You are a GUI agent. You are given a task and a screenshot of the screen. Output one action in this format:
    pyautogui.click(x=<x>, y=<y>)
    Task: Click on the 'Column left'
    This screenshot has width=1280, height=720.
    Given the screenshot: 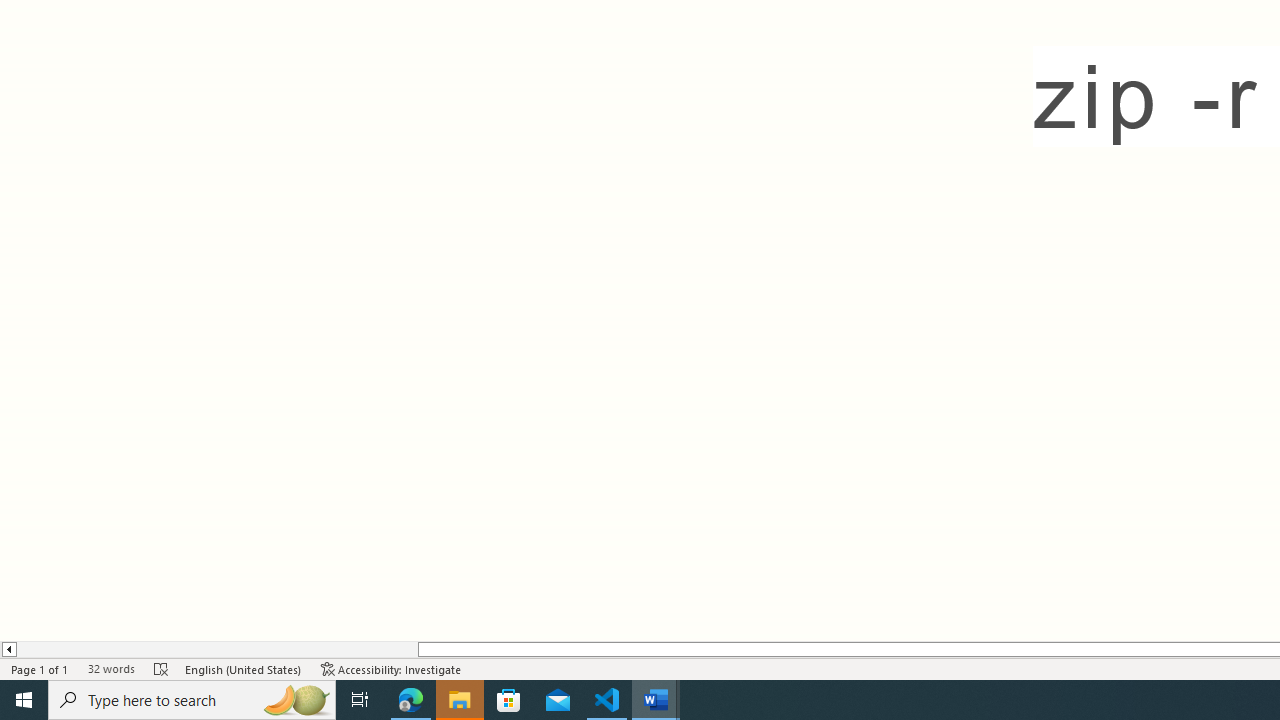 What is the action you would take?
    pyautogui.click(x=8, y=649)
    